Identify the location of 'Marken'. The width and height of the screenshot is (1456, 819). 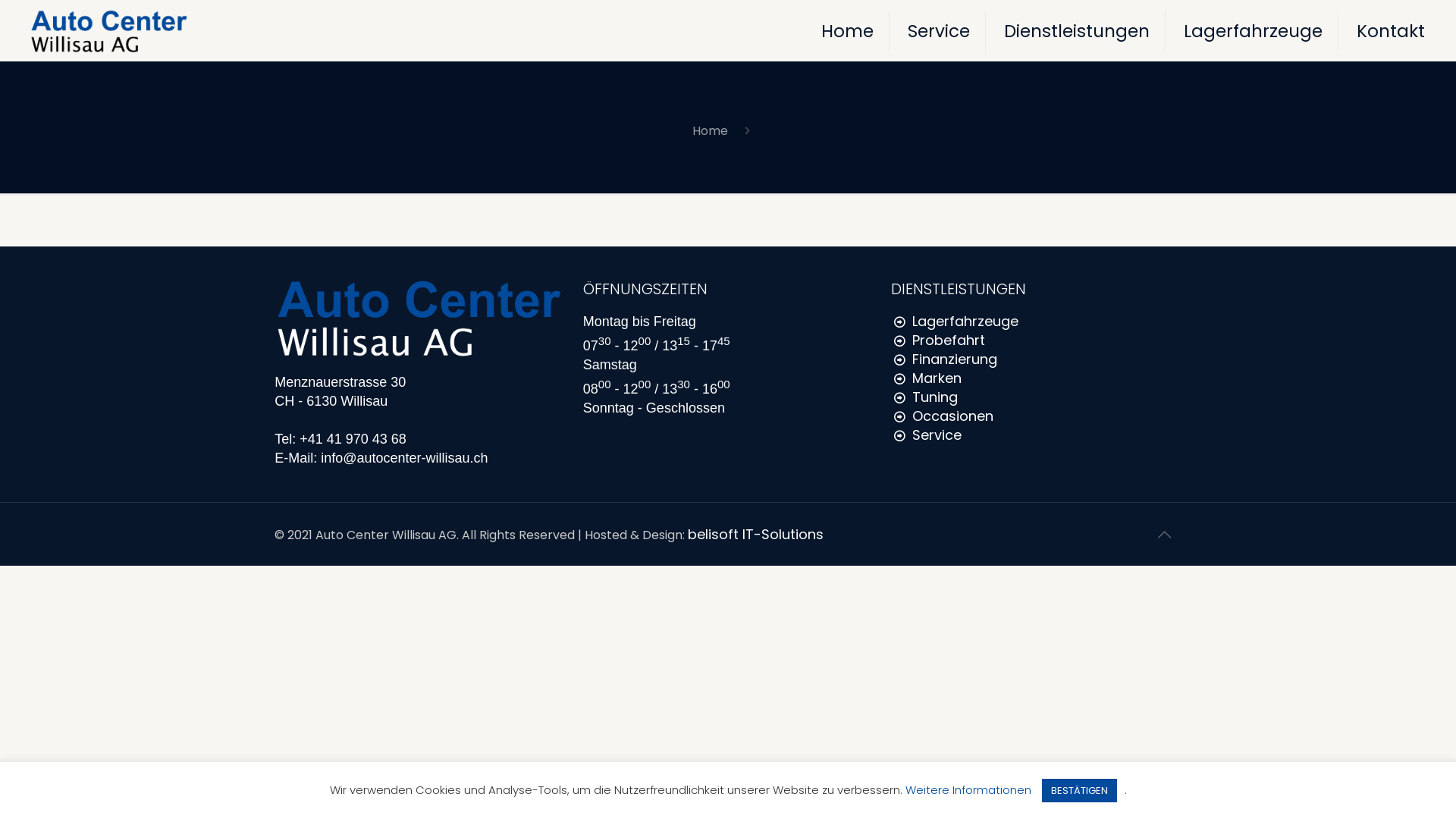
(934, 377).